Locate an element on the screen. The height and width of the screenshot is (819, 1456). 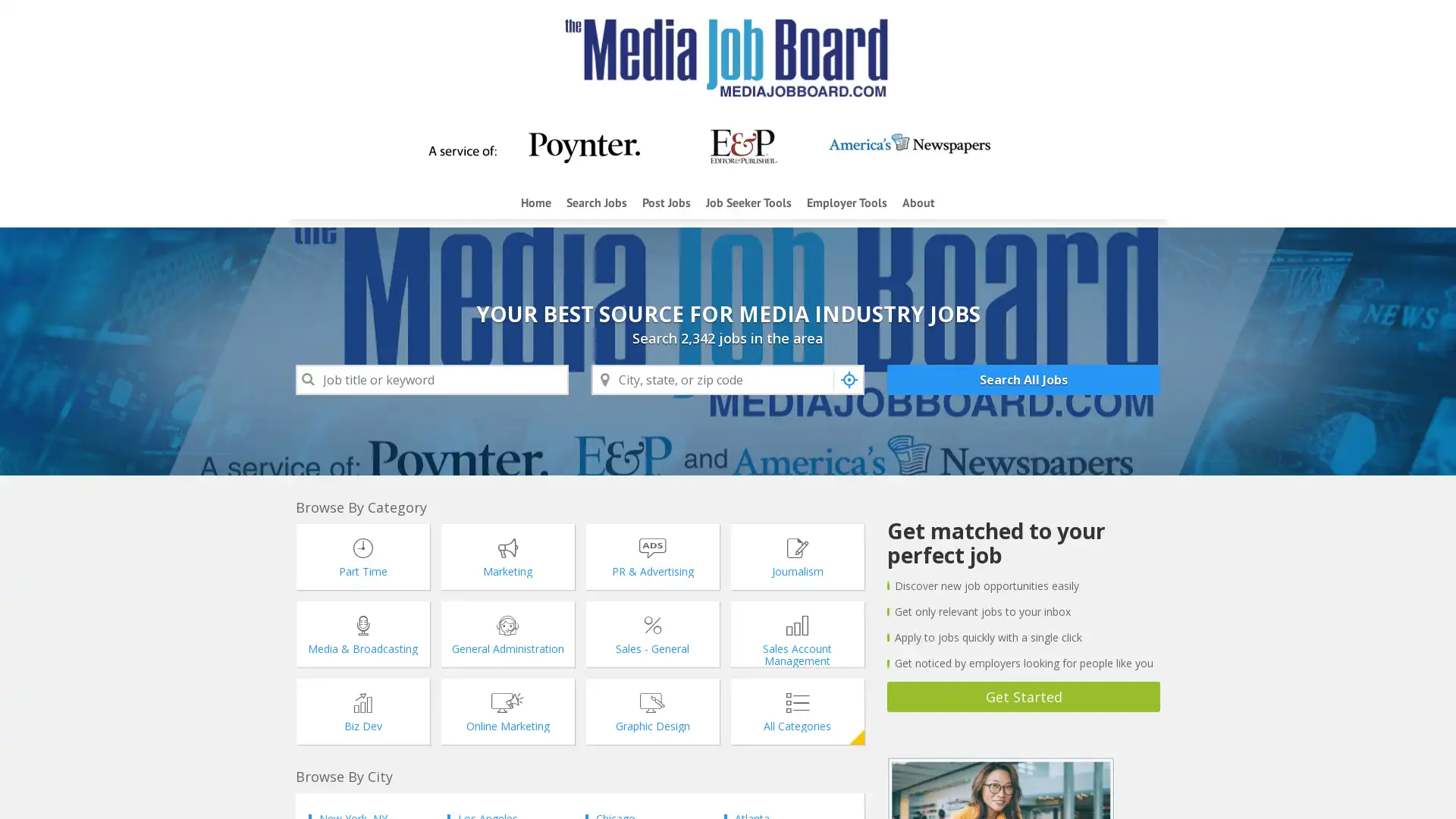
Get Started is located at coordinates (1023, 696).